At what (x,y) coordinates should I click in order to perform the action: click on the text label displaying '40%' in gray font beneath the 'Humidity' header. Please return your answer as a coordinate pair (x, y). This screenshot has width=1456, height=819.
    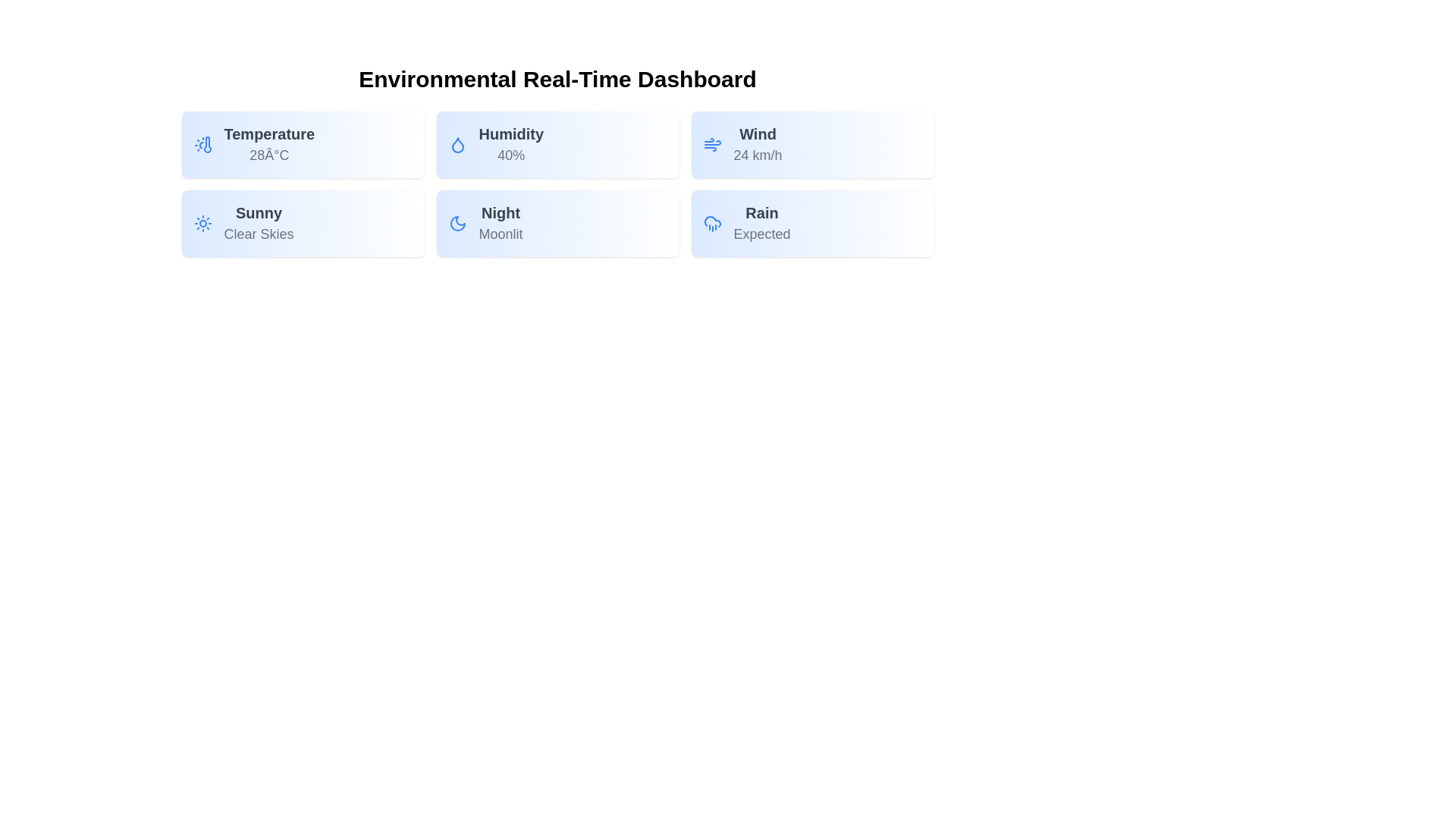
    Looking at the image, I should click on (511, 155).